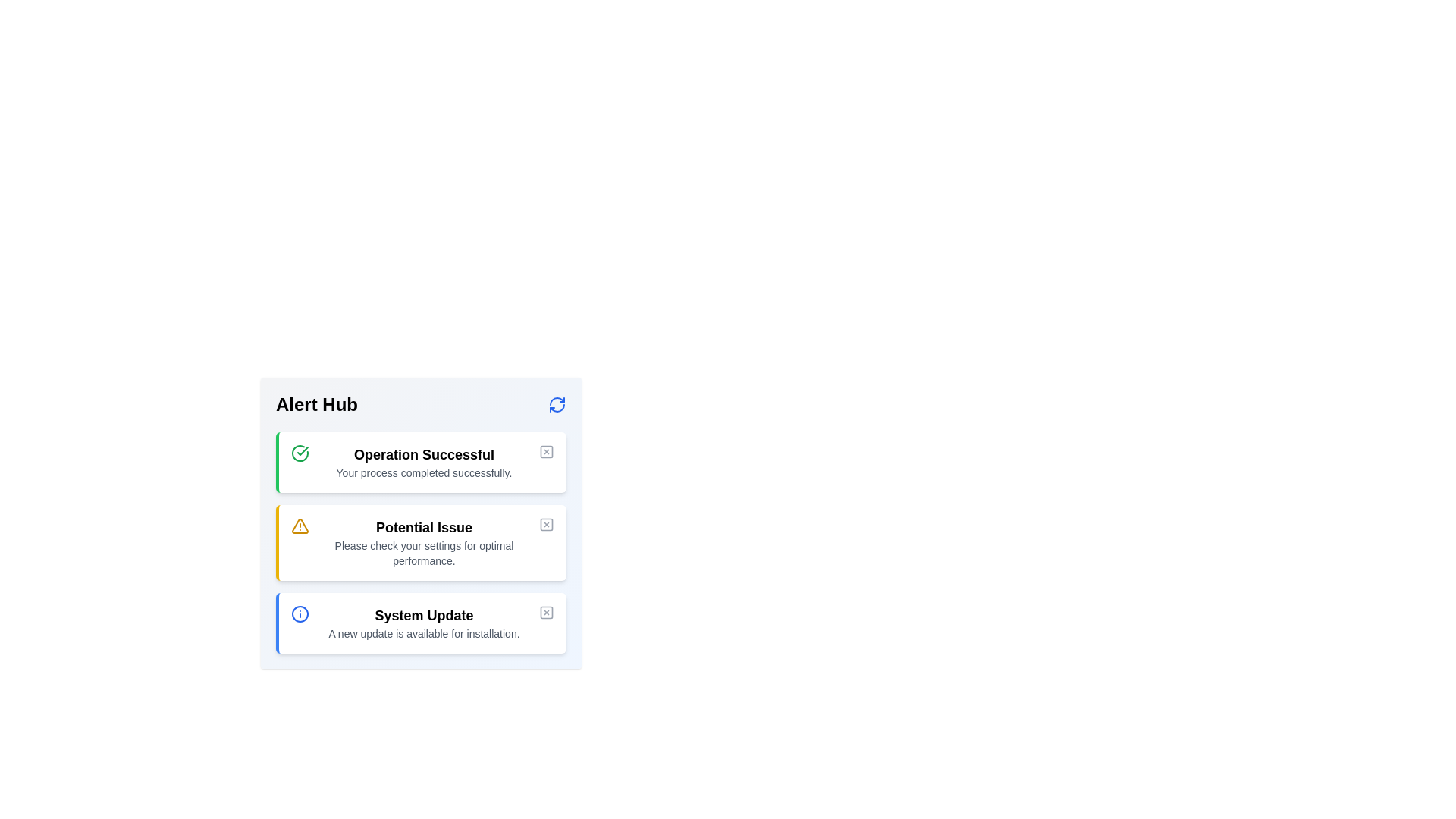 The image size is (1456, 819). I want to click on the static text providing guidance related to the 'Potential Issue' notification, which is positioned directly below the title within the notification card, so click(424, 553).